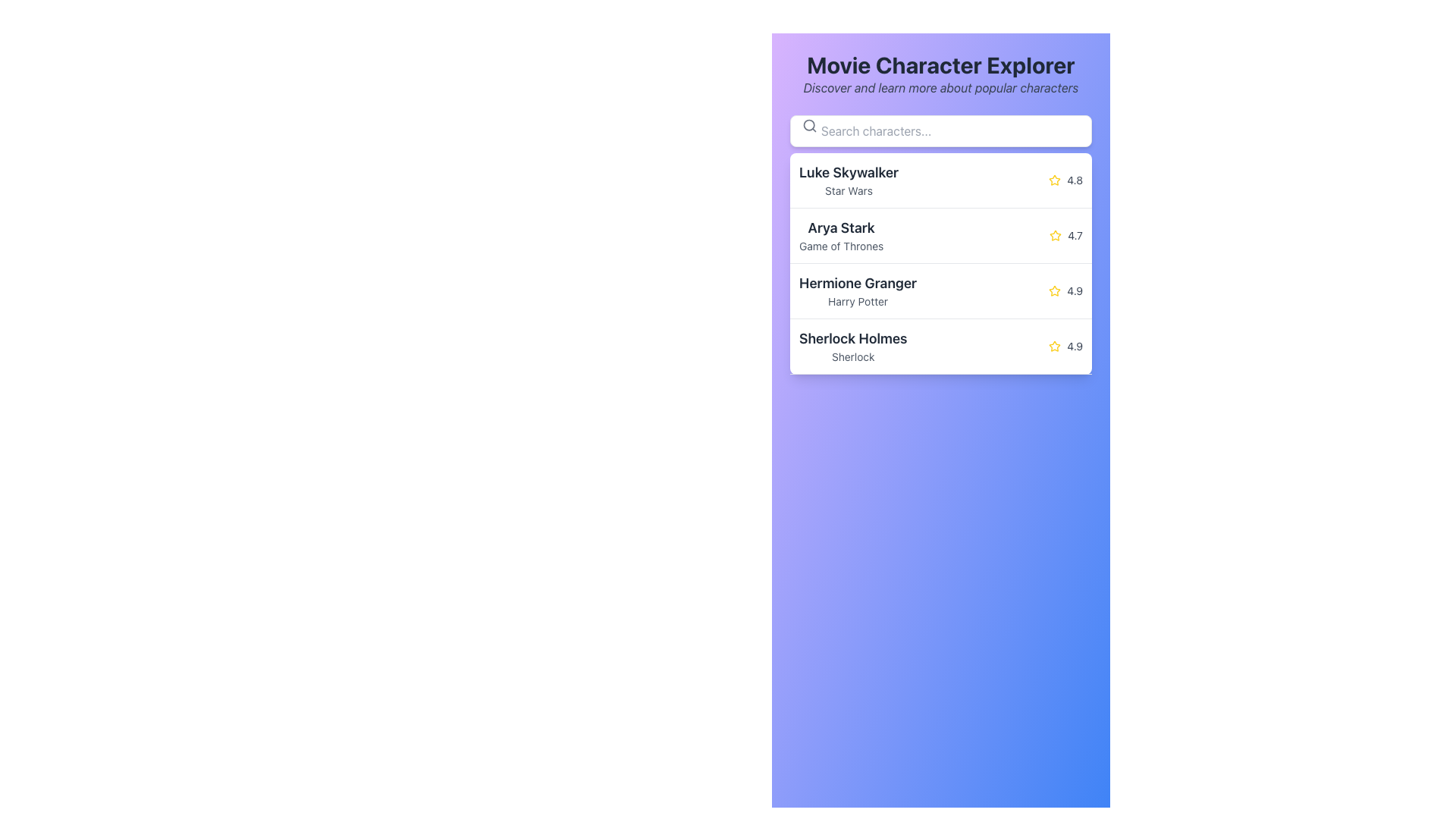  Describe the element at coordinates (853, 338) in the screenshot. I see `the text element displaying the title 'Sherlock Holmes', which is the larger, bolded title of the fourth entry in the list` at that location.